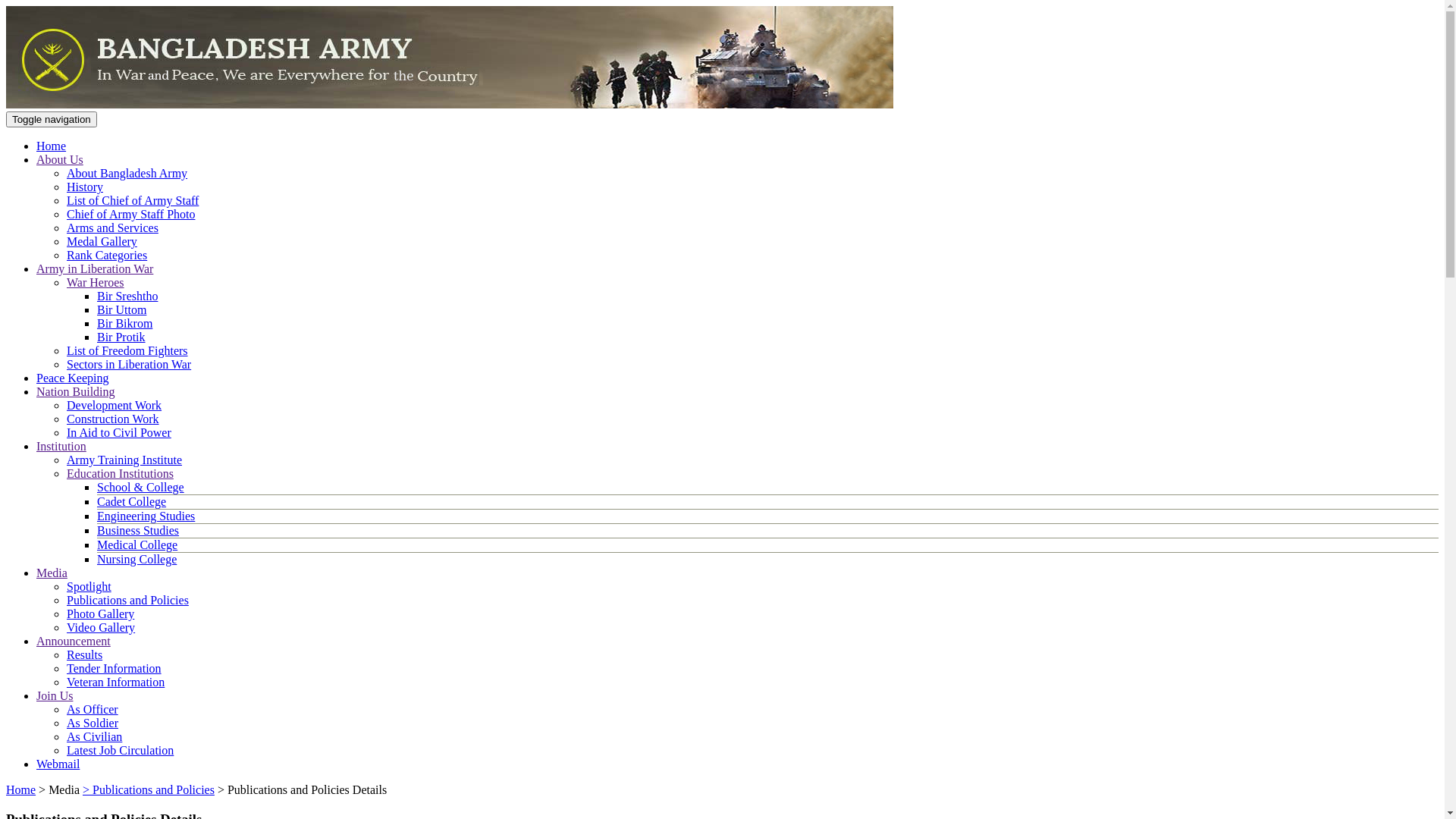 The height and width of the screenshot is (819, 1456). What do you see at coordinates (137, 544) in the screenshot?
I see `'Medical College'` at bounding box center [137, 544].